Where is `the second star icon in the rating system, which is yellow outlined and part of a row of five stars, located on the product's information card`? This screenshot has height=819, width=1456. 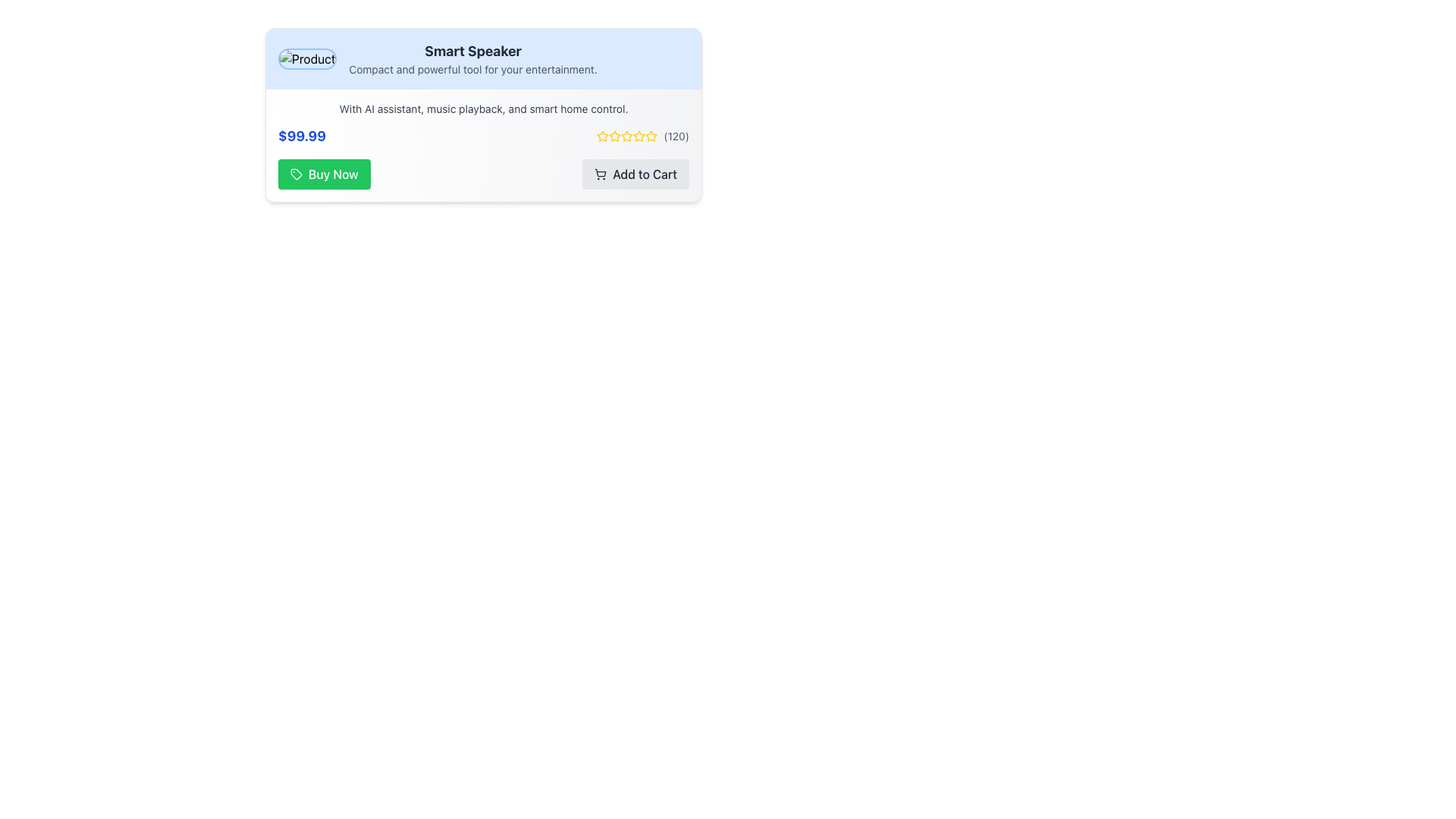 the second star icon in the rating system, which is yellow outlined and part of a row of five stars, located on the product's information card is located at coordinates (615, 135).